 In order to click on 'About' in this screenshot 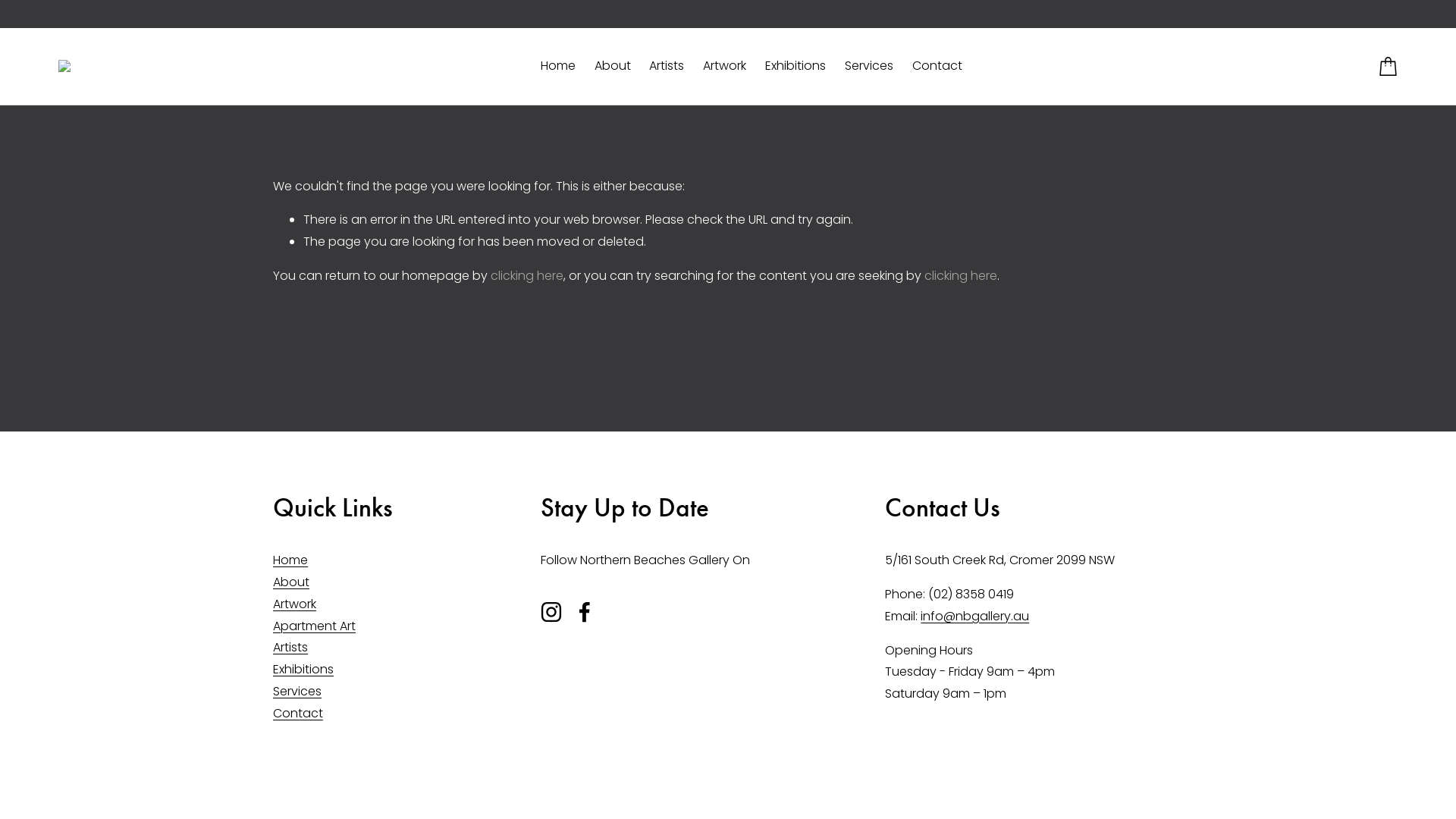, I will do `click(612, 65)`.